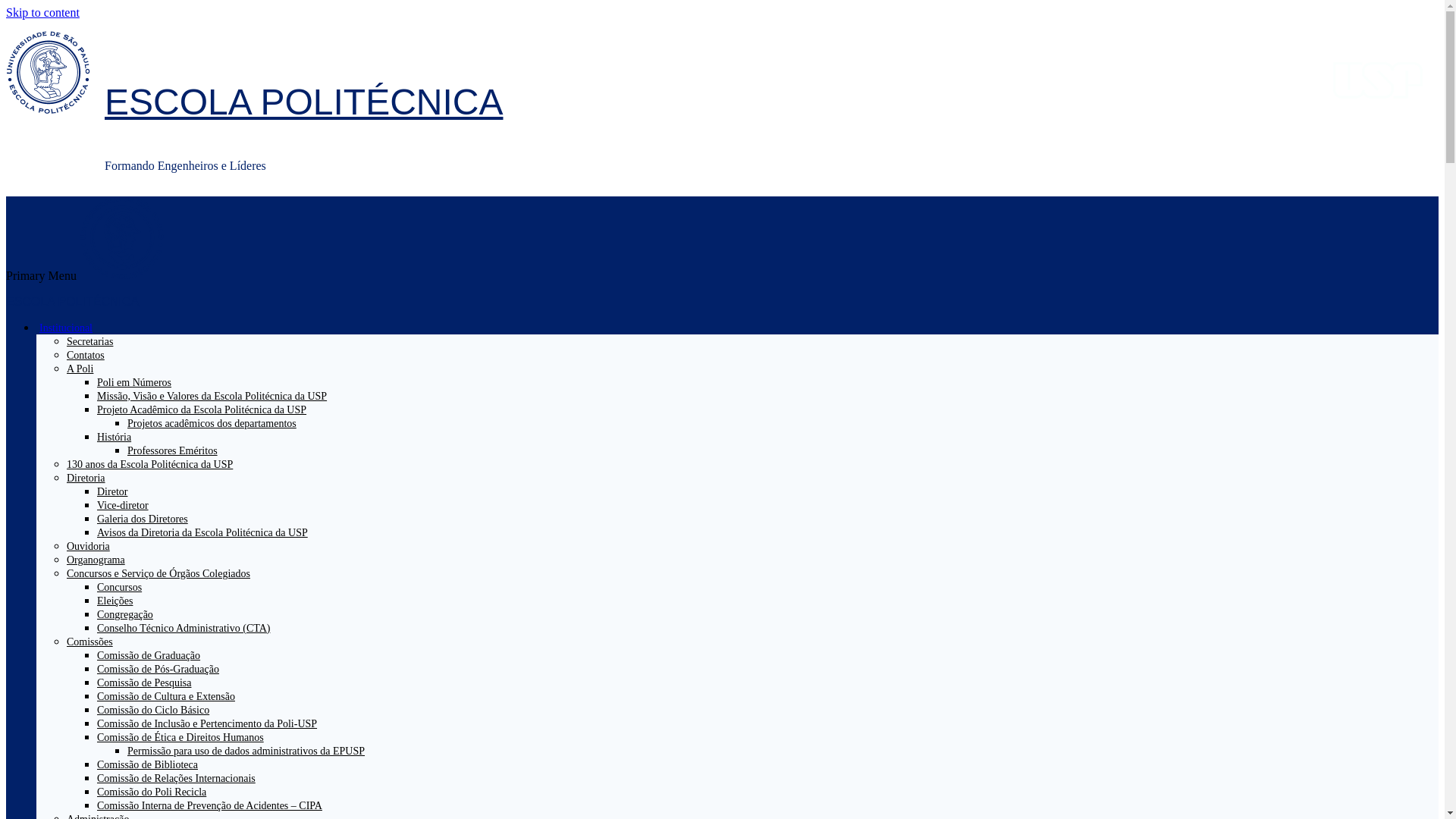 This screenshot has height=819, width=1456. I want to click on 'Secretarias', so click(89, 341).